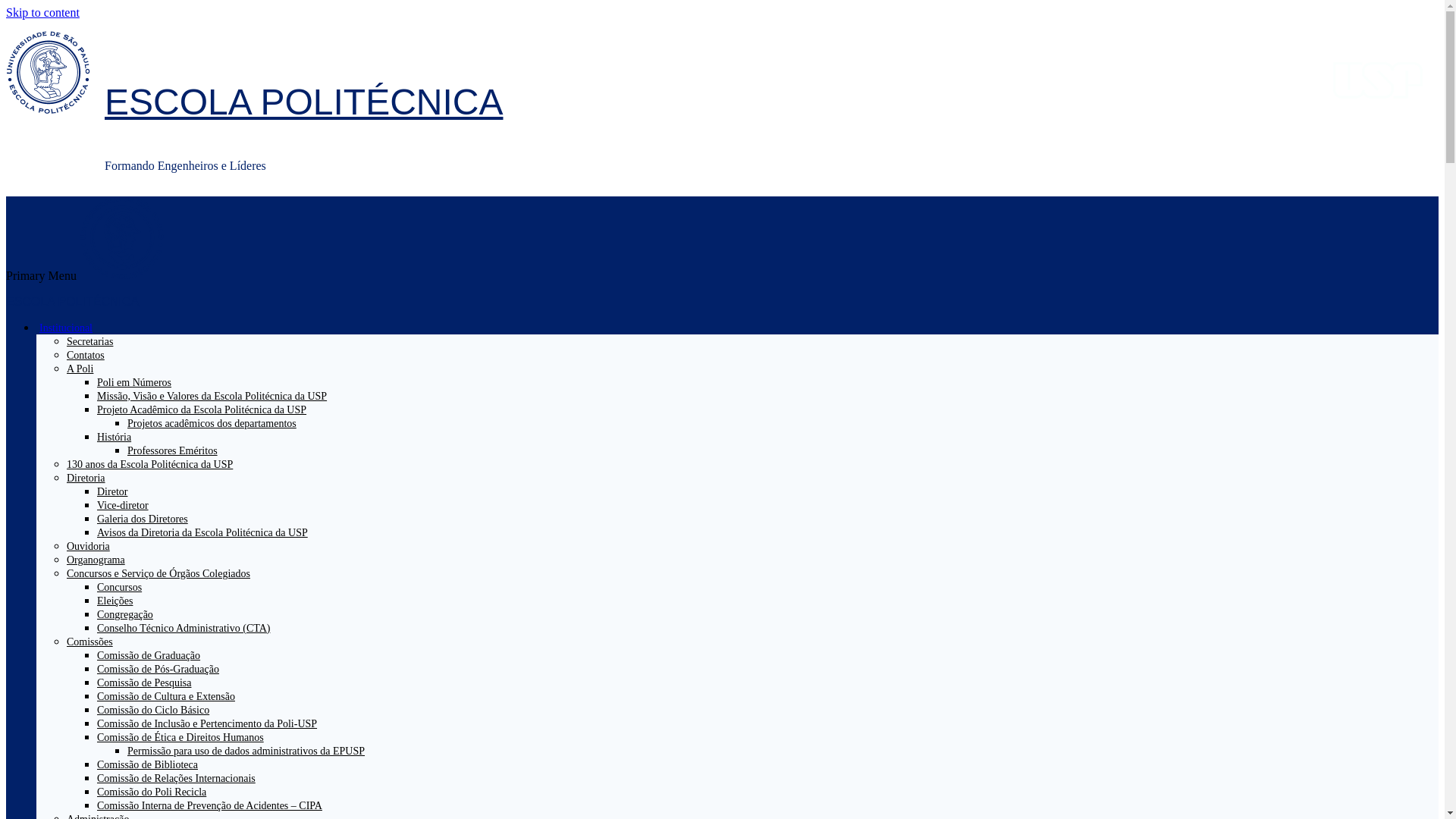 This screenshot has height=819, width=1456. I want to click on 'Secretarias', so click(89, 341).